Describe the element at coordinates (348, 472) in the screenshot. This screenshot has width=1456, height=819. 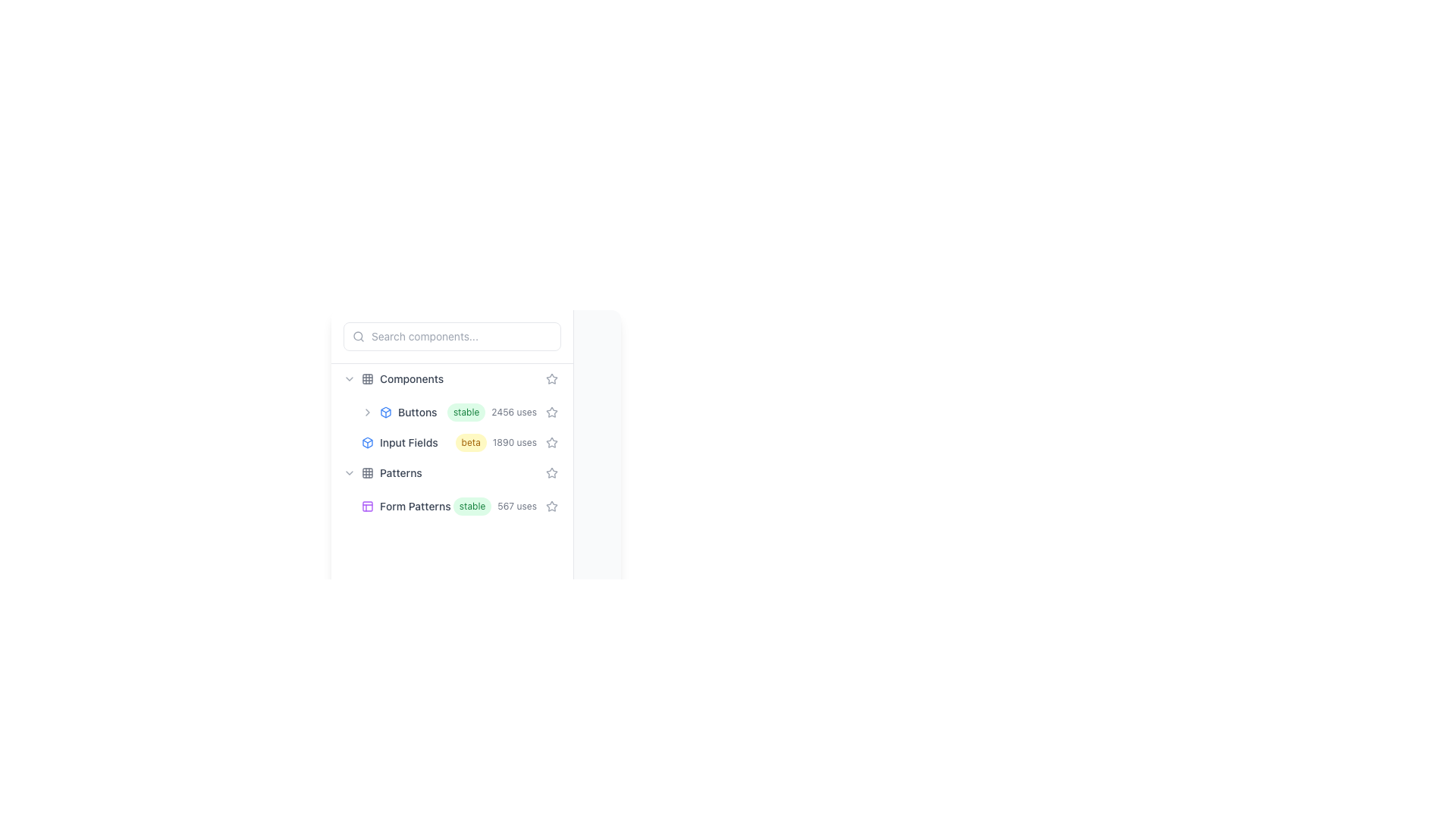
I see `the downward-pointing chevron icon located to the left of the 'Patterns' label` at that location.